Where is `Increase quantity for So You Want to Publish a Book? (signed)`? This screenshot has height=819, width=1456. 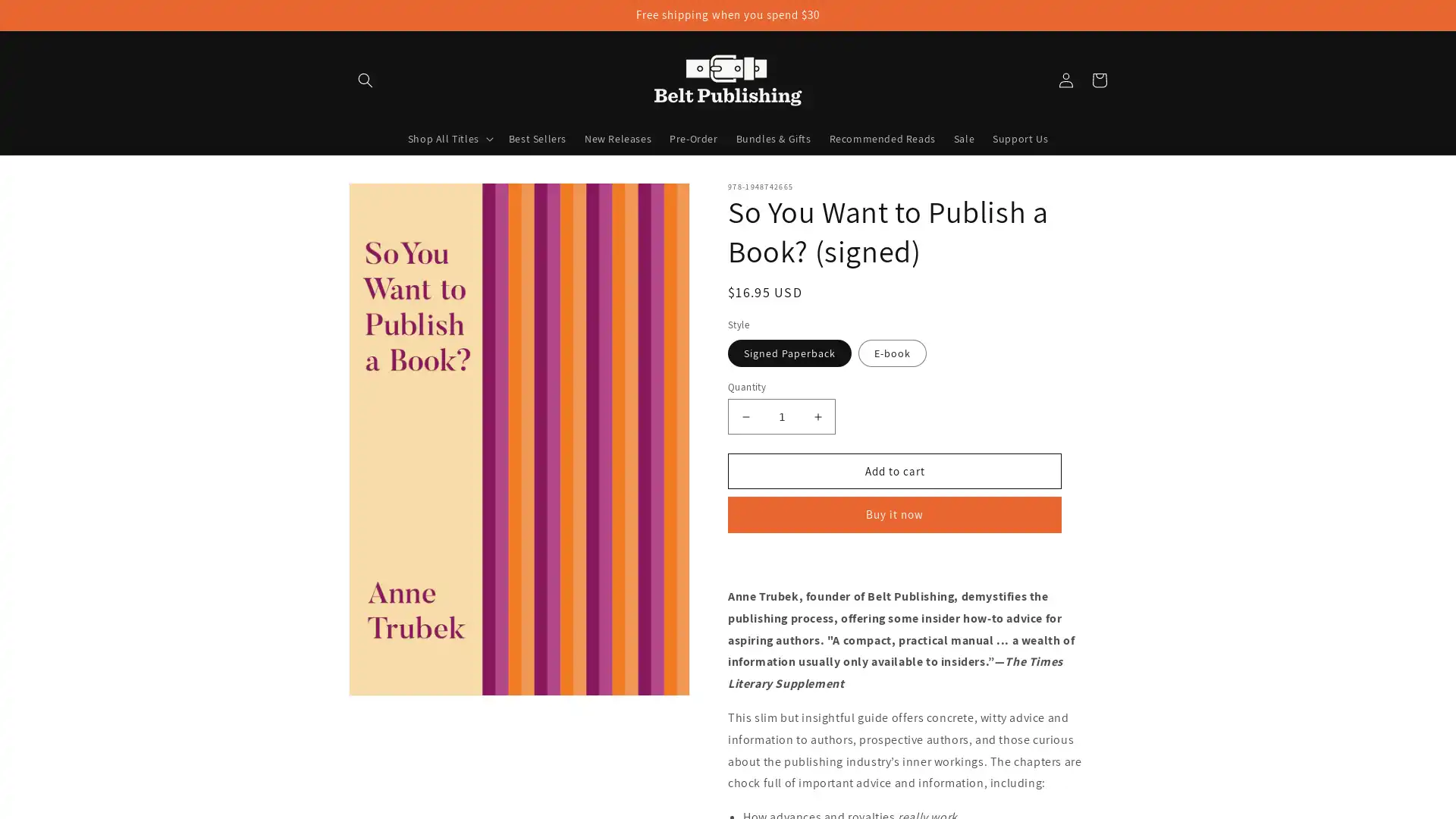
Increase quantity for So You Want to Publish a Book? (signed) is located at coordinates (817, 416).